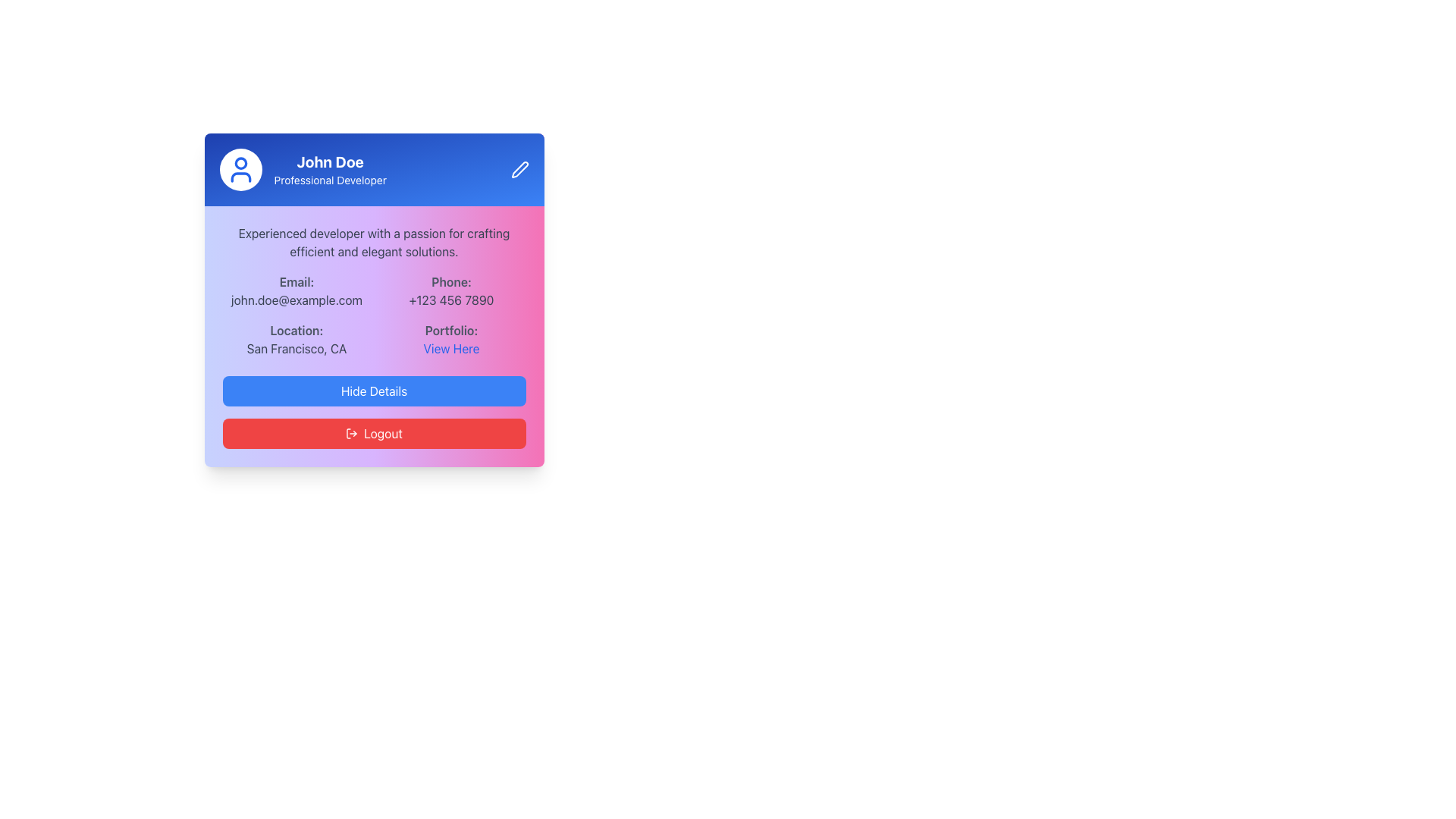  What do you see at coordinates (240, 169) in the screenshot?
I see `the Decorative Icon with a rounded white background and a blue user outline, located in the header area of the card adjacent to 'John Doe' and 'Professional Developer'` at bounding box center [240, 169].